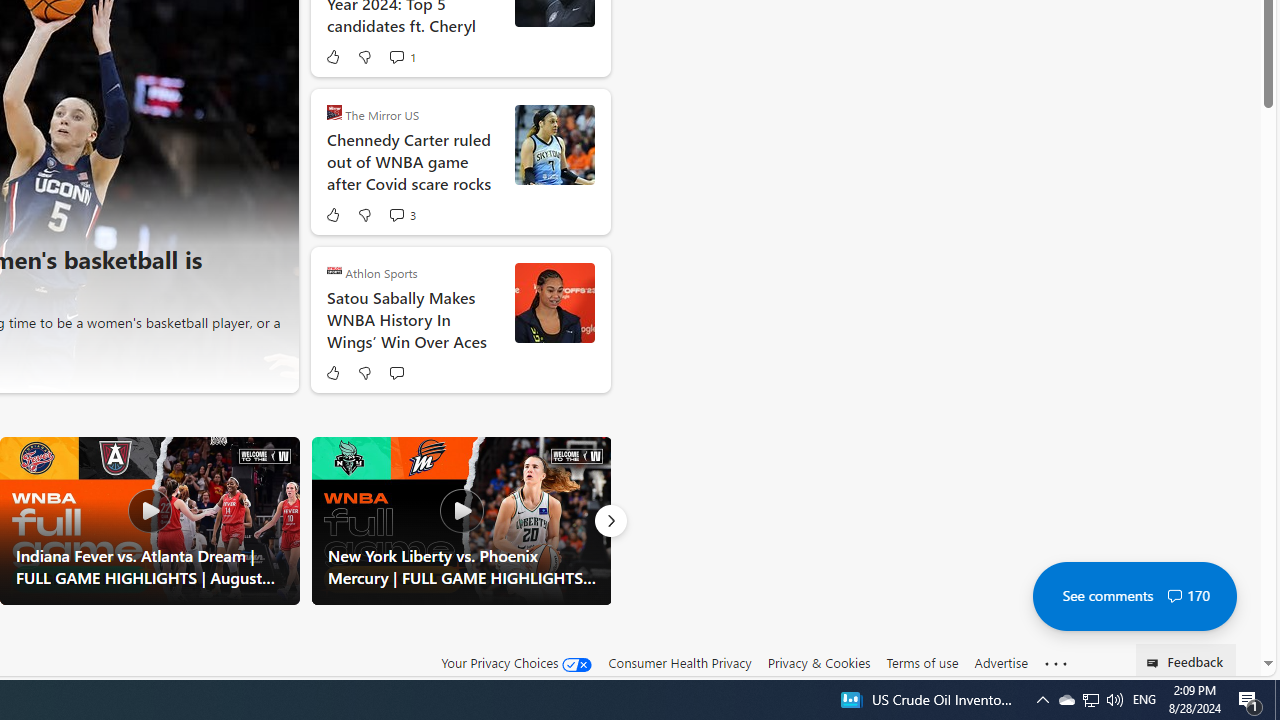  I want to click on 'Your Privacy Choices', so click(517, 662).